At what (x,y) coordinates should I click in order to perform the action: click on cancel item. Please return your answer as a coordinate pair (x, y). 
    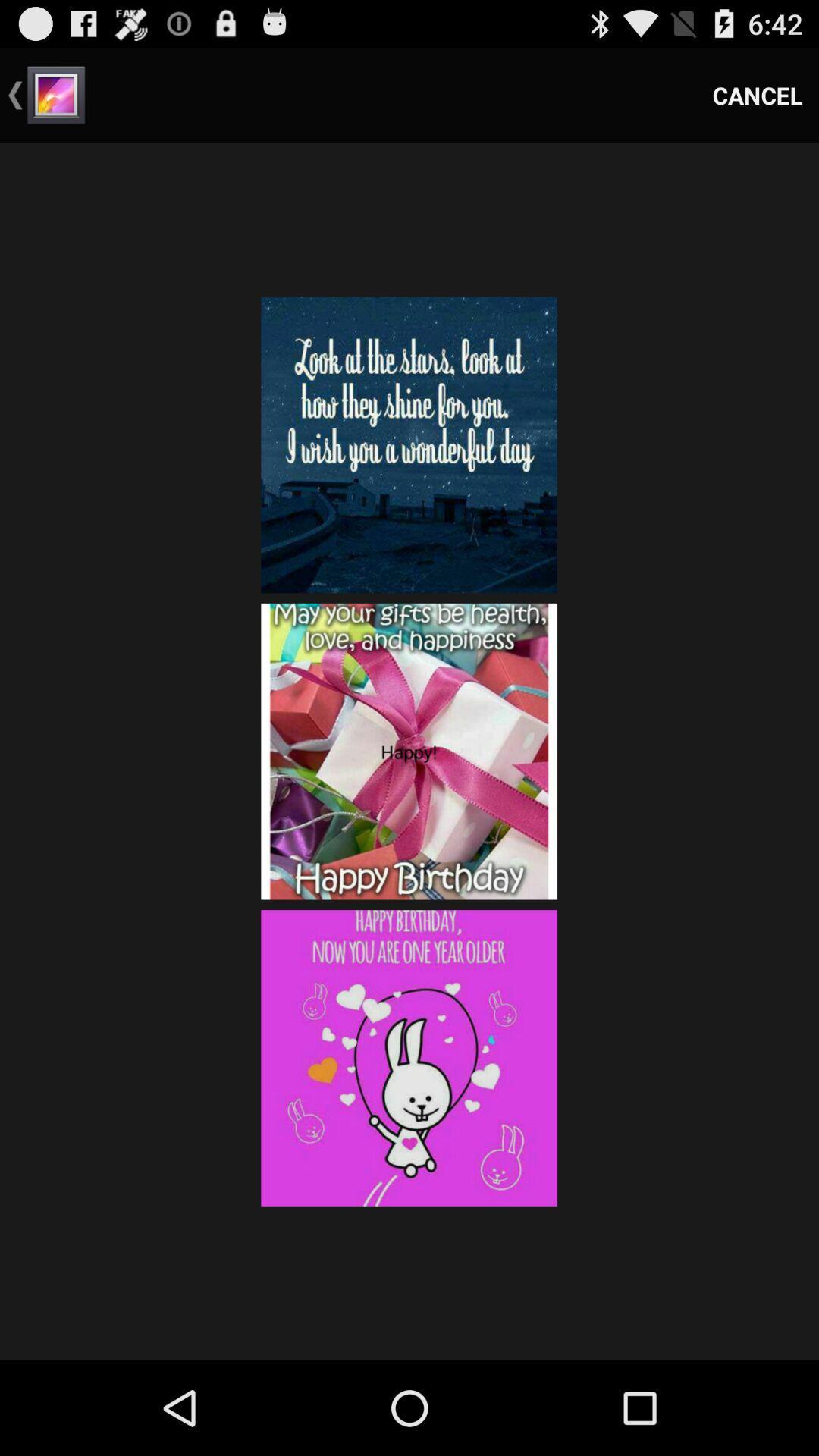
    Looking at the image, I should click on (758, 94).